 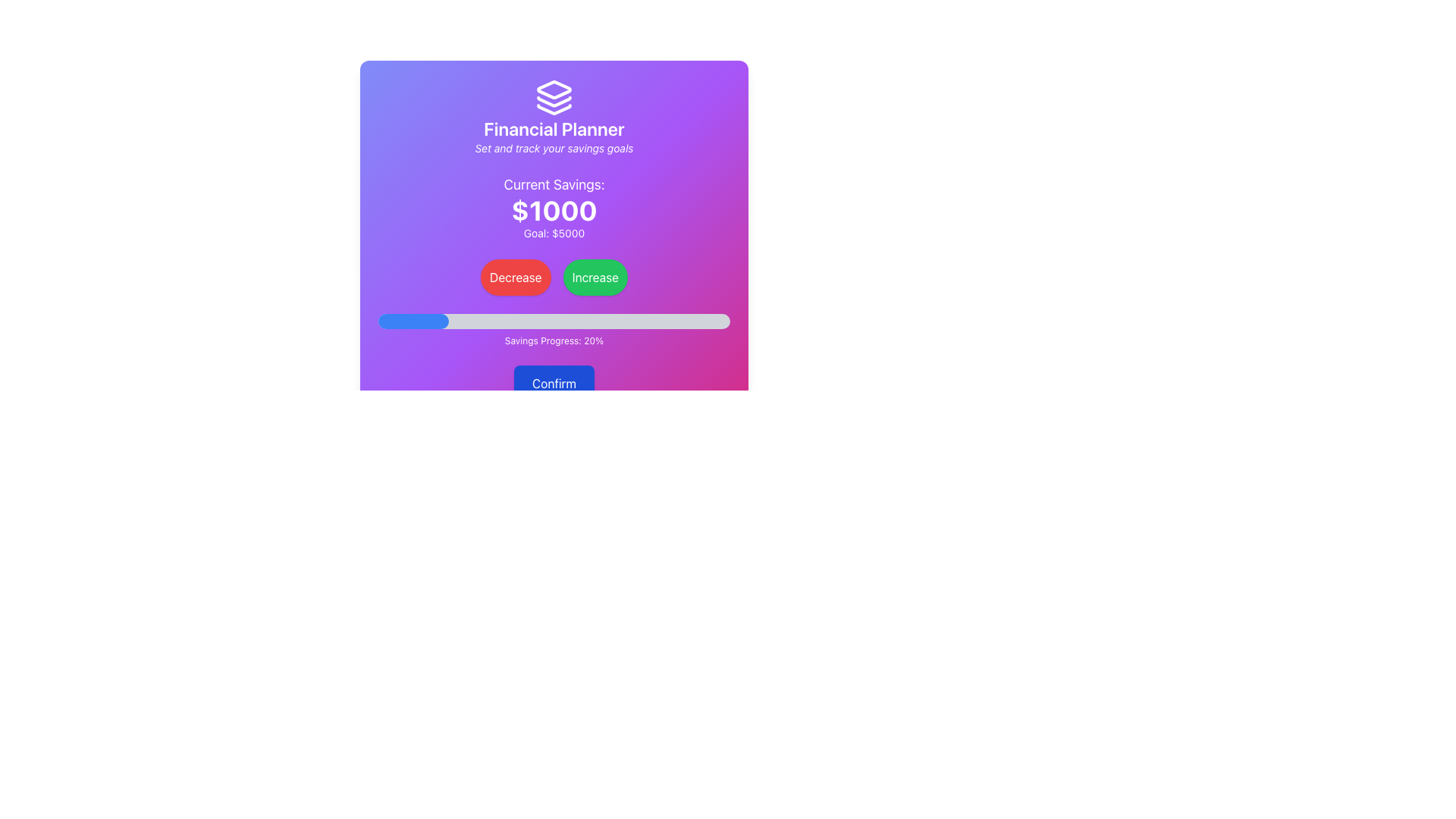 I want to click on the buttons within the Financial Planner component that allows users to adjust their savings amount, so click(x=553, y=259).